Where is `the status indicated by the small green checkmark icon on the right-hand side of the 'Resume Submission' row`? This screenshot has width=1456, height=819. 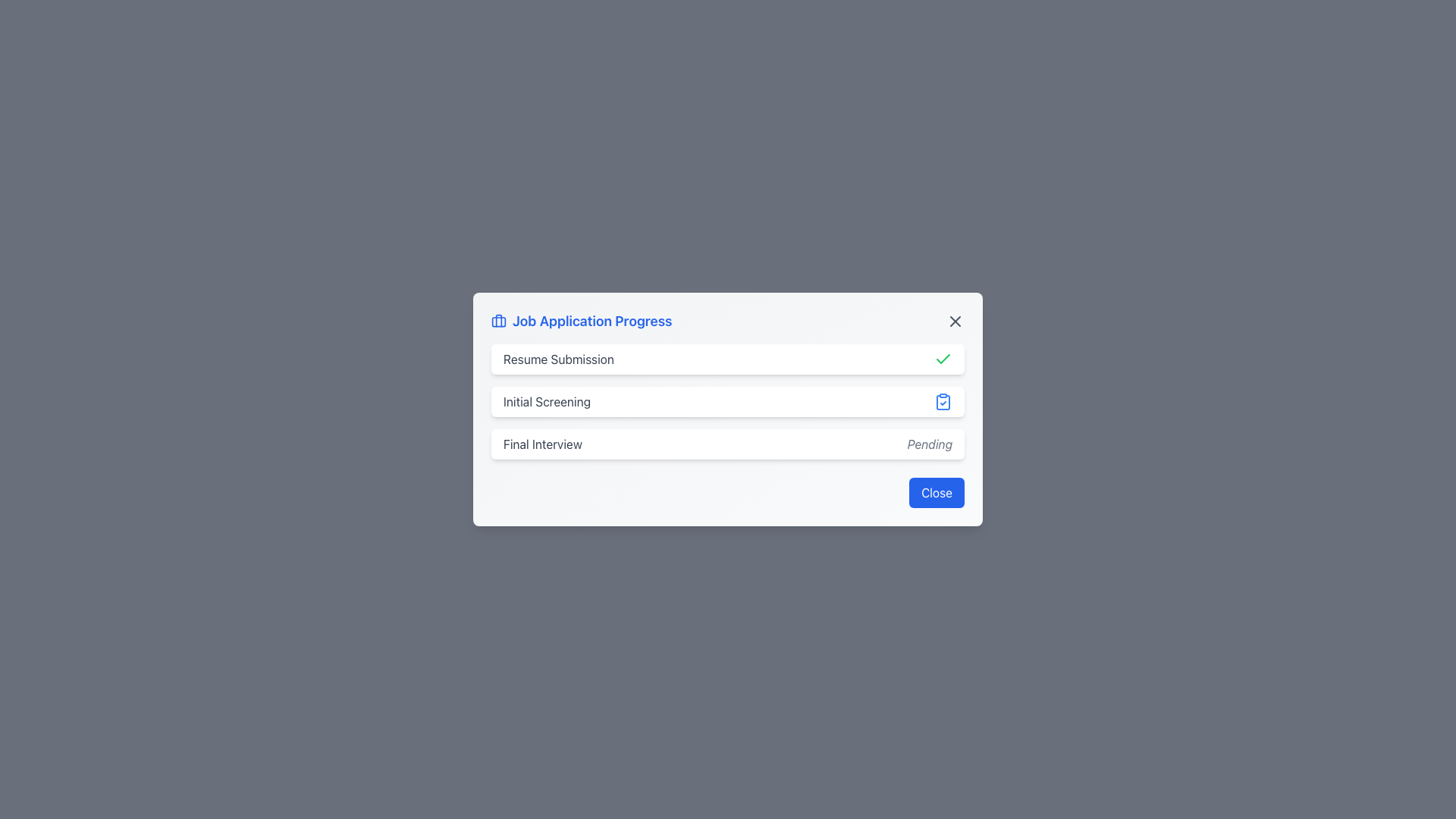 the status indicated by the small green checkmark icon on the right-hand side of the 'Resume Submission' row is located at coordinates (942, 359).